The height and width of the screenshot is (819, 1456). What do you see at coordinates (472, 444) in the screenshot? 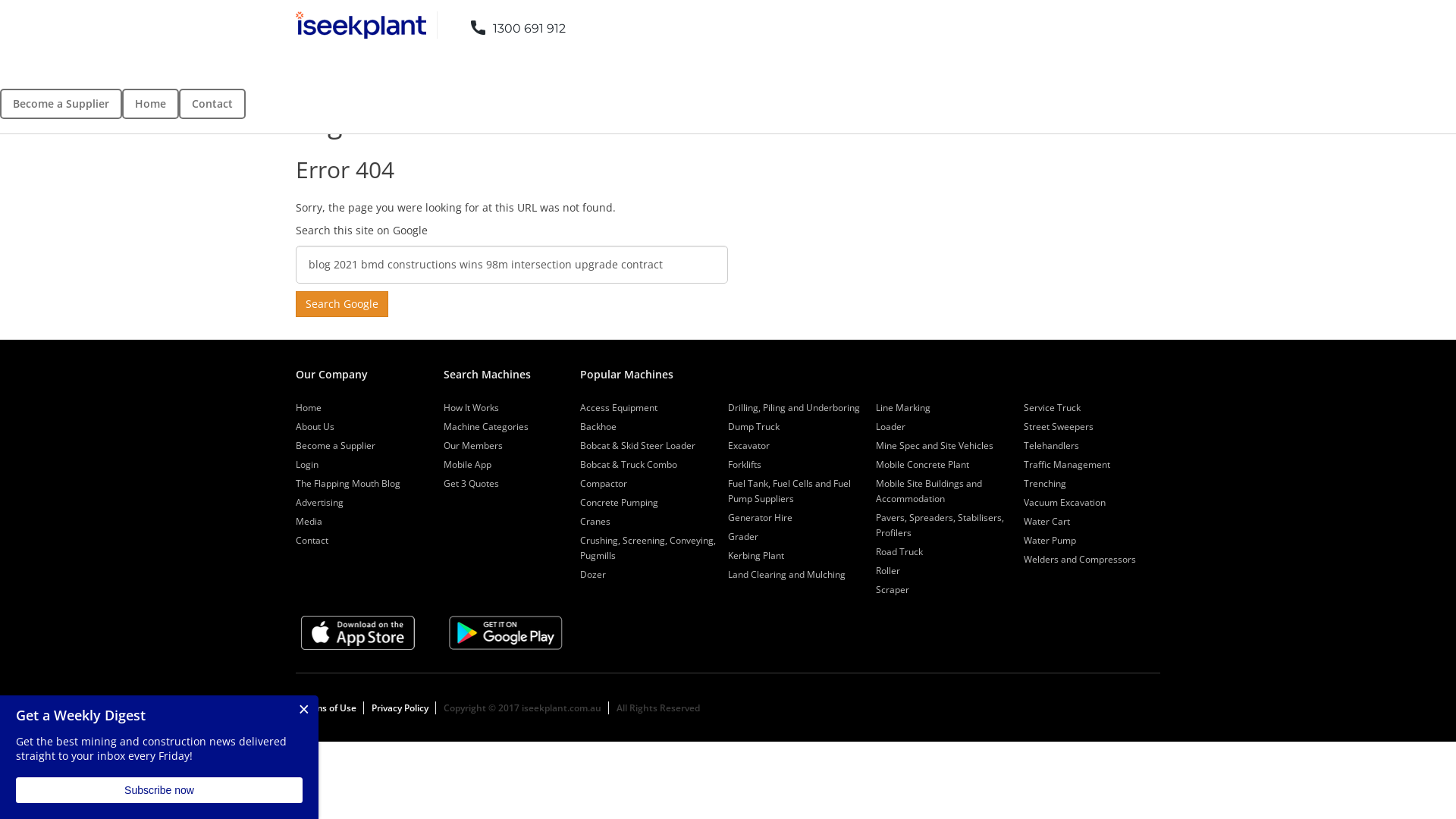
I see `'Our Members'` at bounding box center [472, 444].